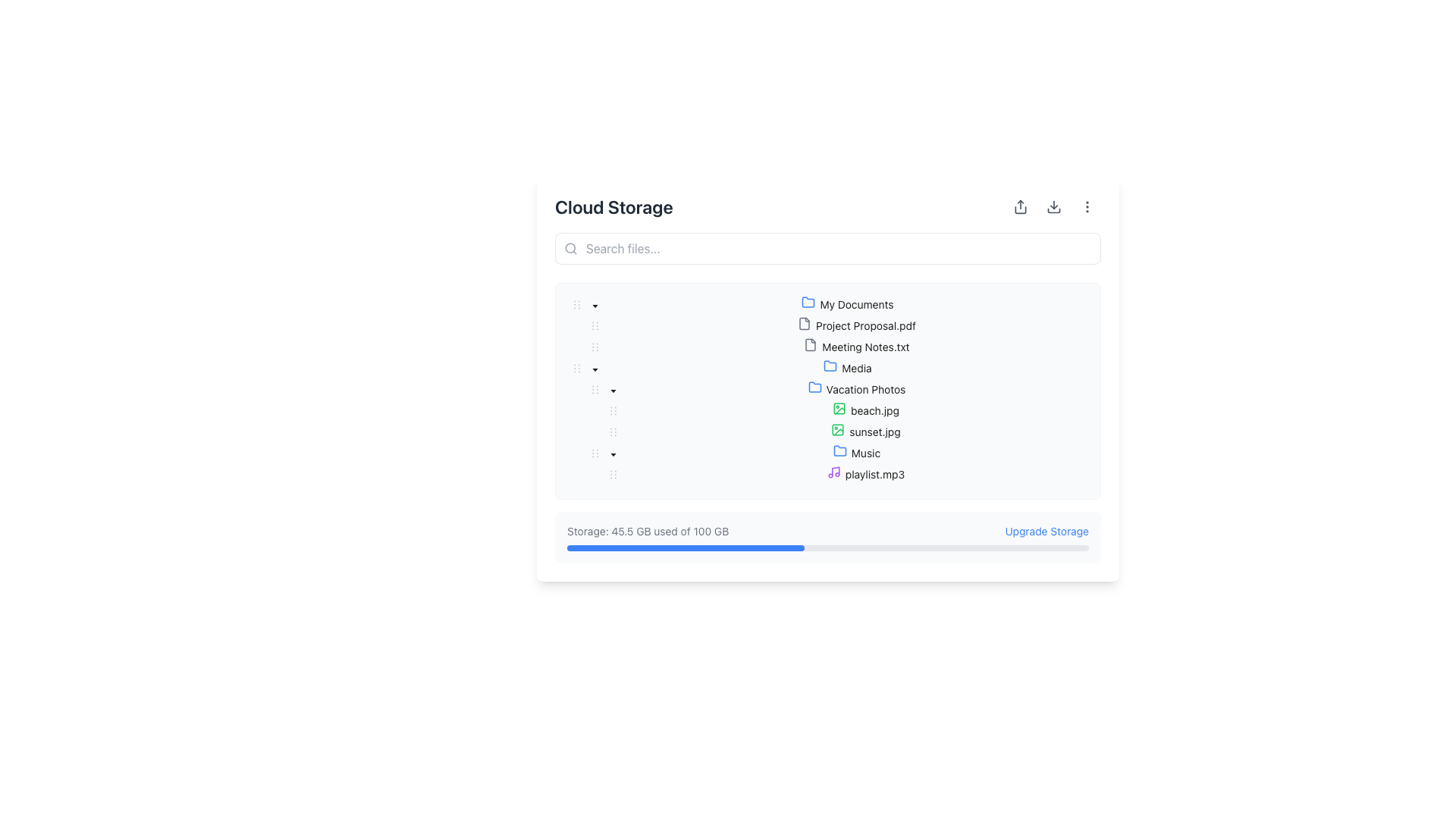 The width and height of the screenshot is (1456, 819). Describe the element at coordinates (1087, 207) in the screenshot. I see `the circular button with three vertical gray dots` at that location.